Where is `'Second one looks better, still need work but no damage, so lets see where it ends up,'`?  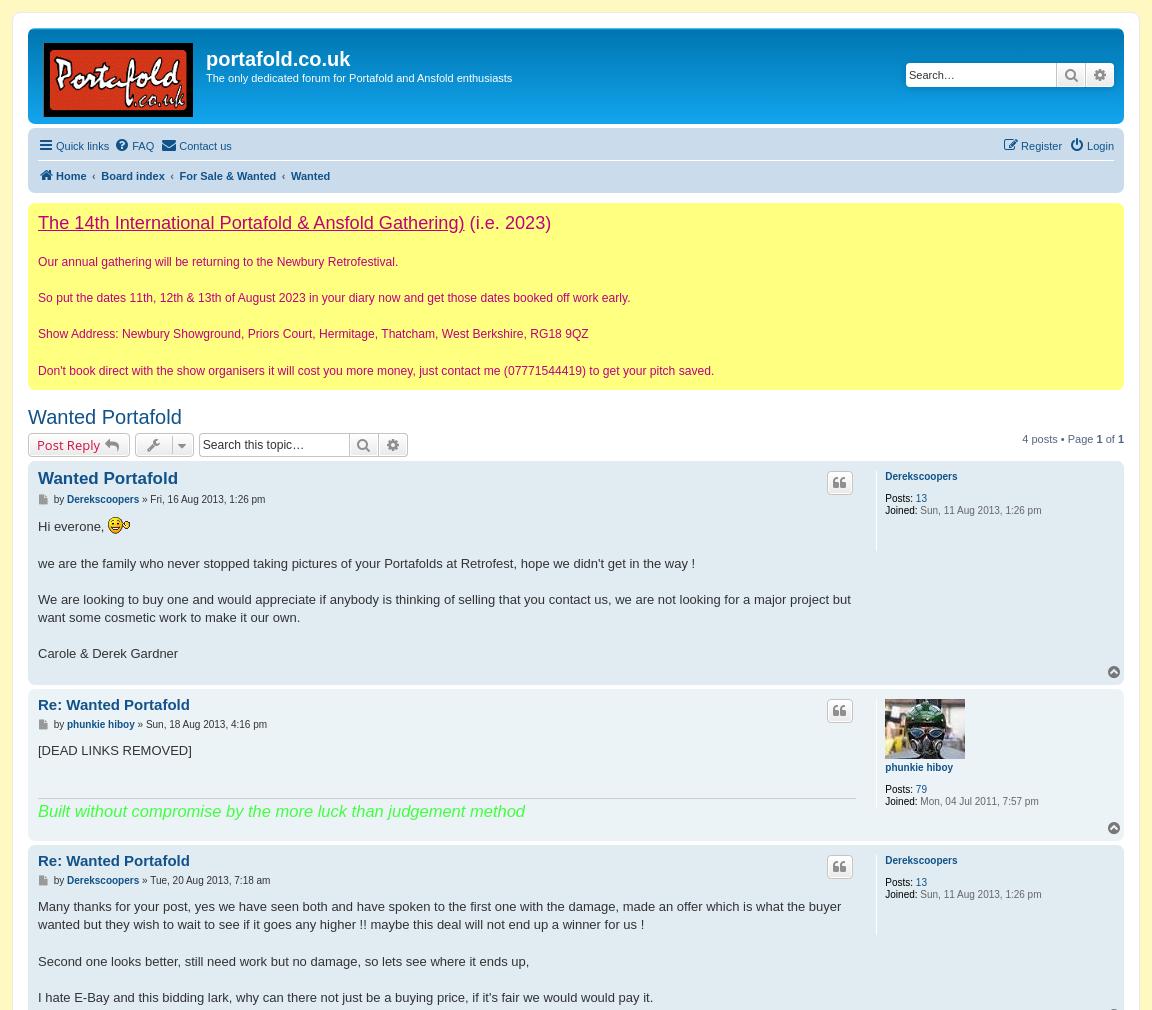
'Second one looks better, still need work but no damage, so lets see where it ends up,' is located at coordinates (283, 960).